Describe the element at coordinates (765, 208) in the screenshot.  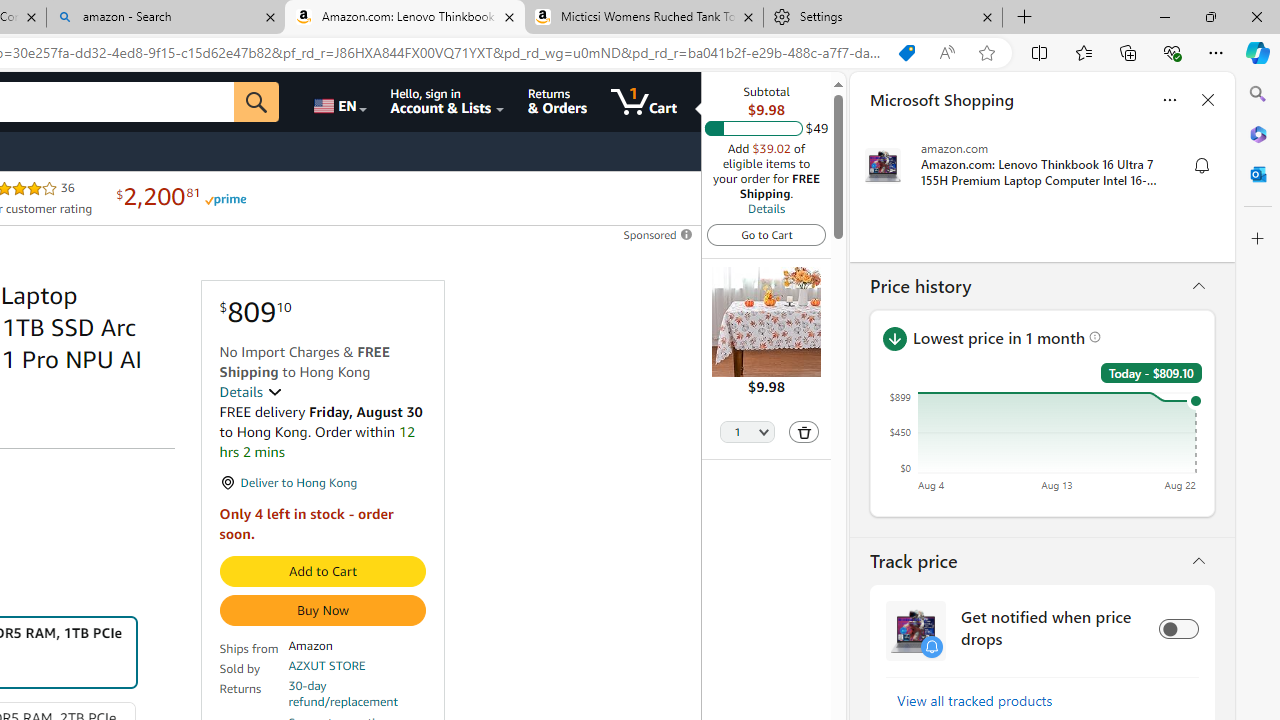
I see `'Details'` at that location.